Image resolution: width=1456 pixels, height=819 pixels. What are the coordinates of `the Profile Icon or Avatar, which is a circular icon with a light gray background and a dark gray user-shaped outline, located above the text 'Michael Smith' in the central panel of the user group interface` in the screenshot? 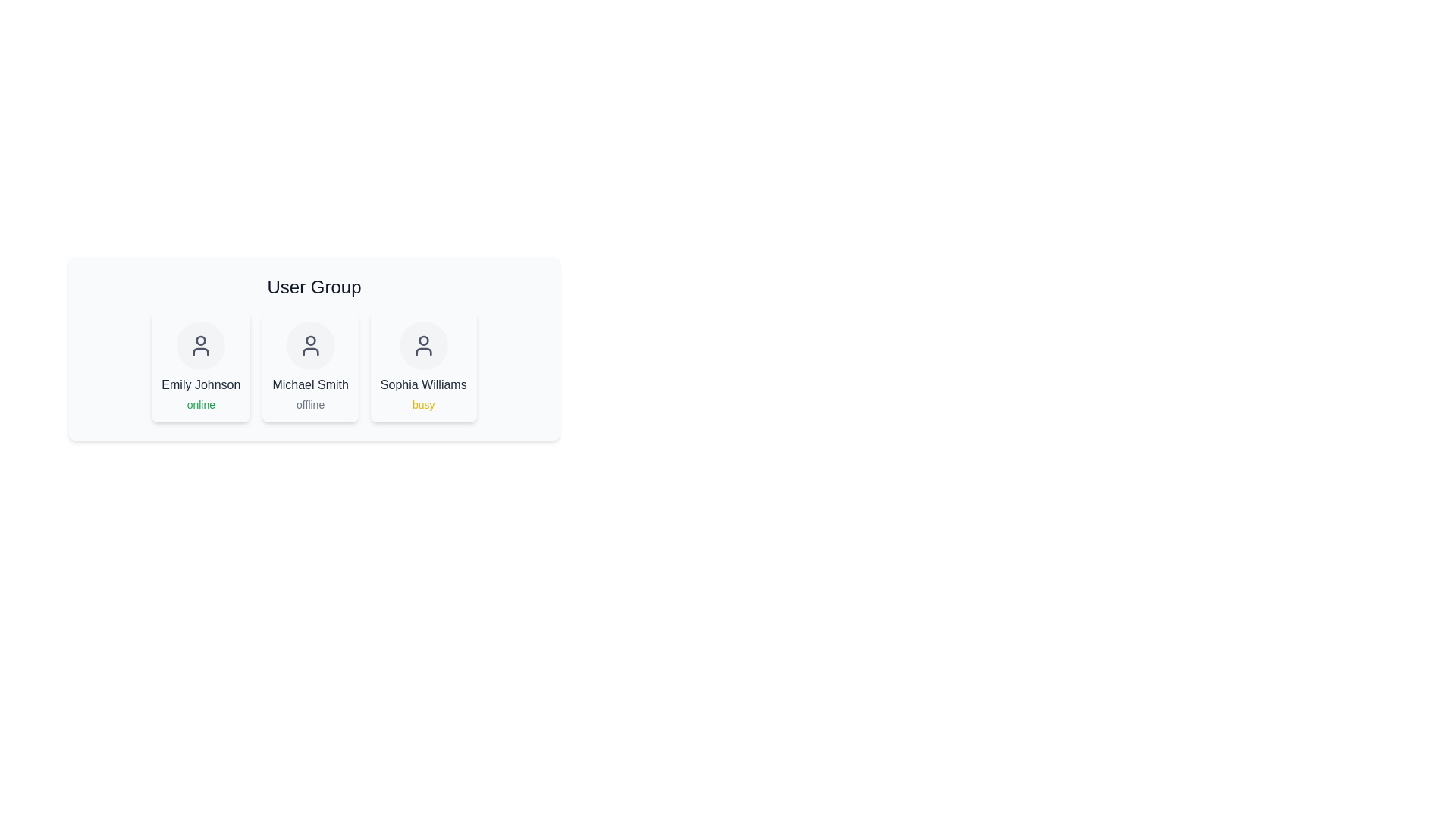 It's located at (309, 345).